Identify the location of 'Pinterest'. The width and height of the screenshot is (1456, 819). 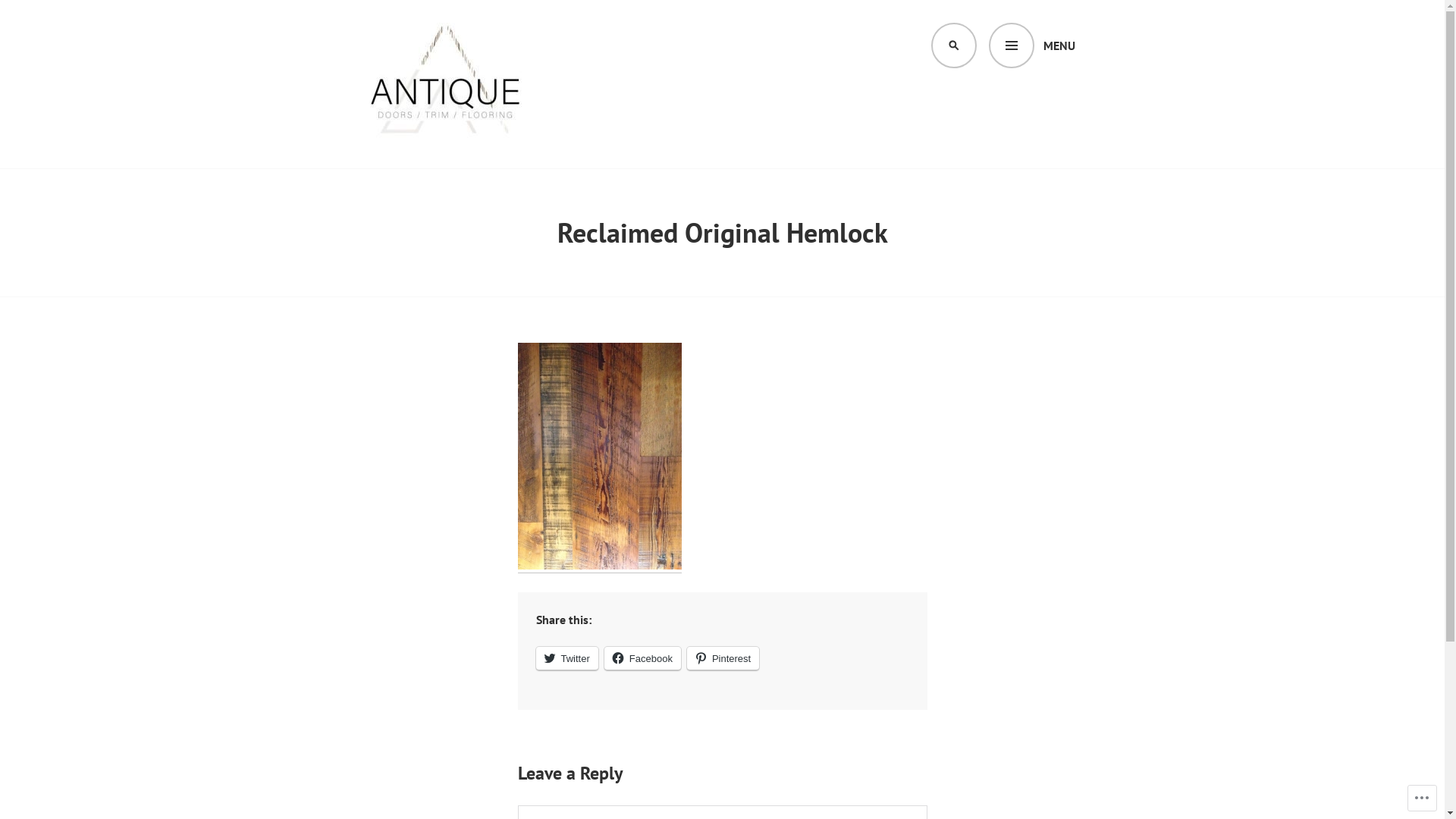
(722, 657).